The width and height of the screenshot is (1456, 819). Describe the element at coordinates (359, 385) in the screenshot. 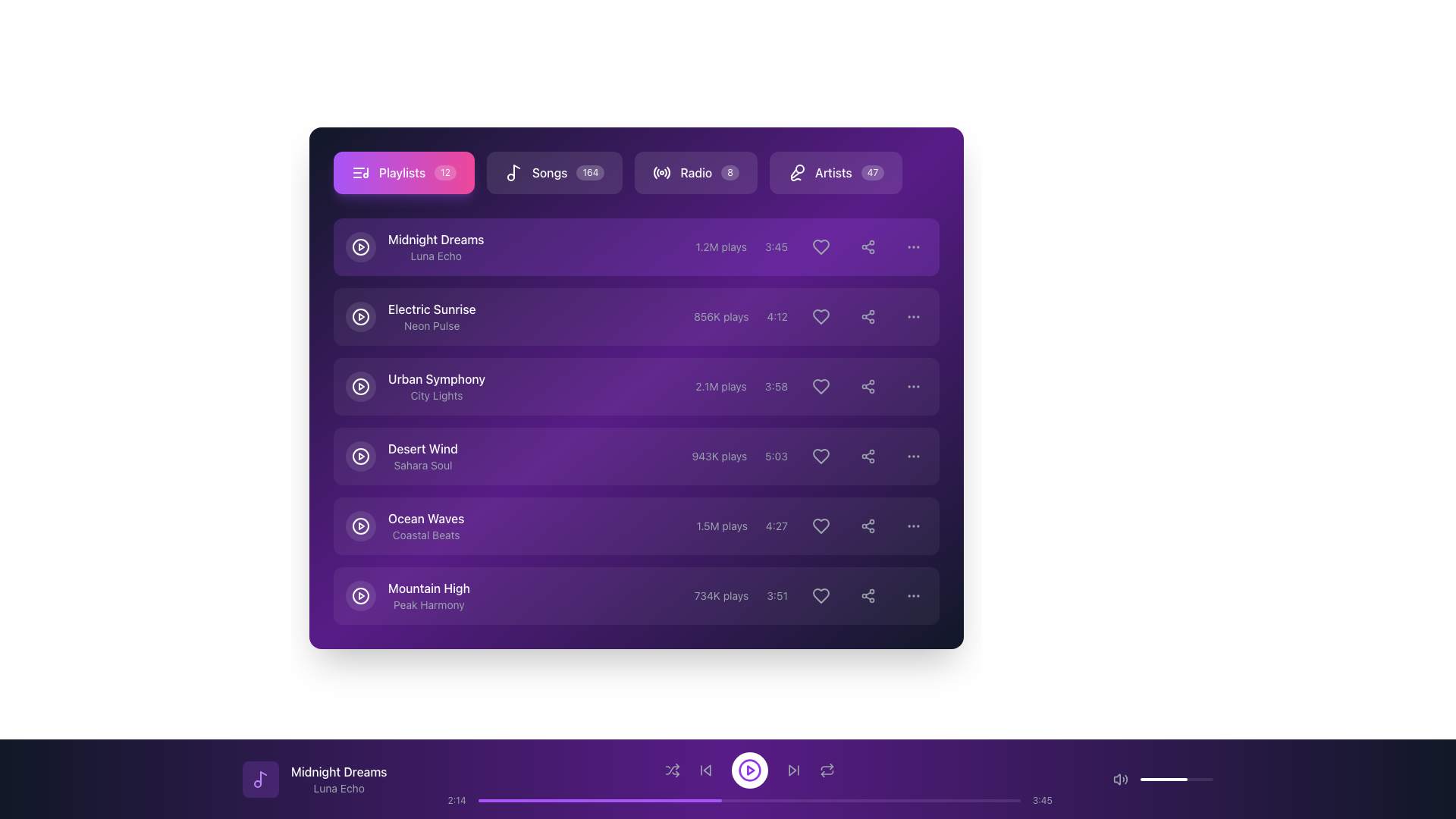

I see `the play button for the track 'Urban Symphony' located in the third position of the vertically stacked list in the playlist area` at that location.